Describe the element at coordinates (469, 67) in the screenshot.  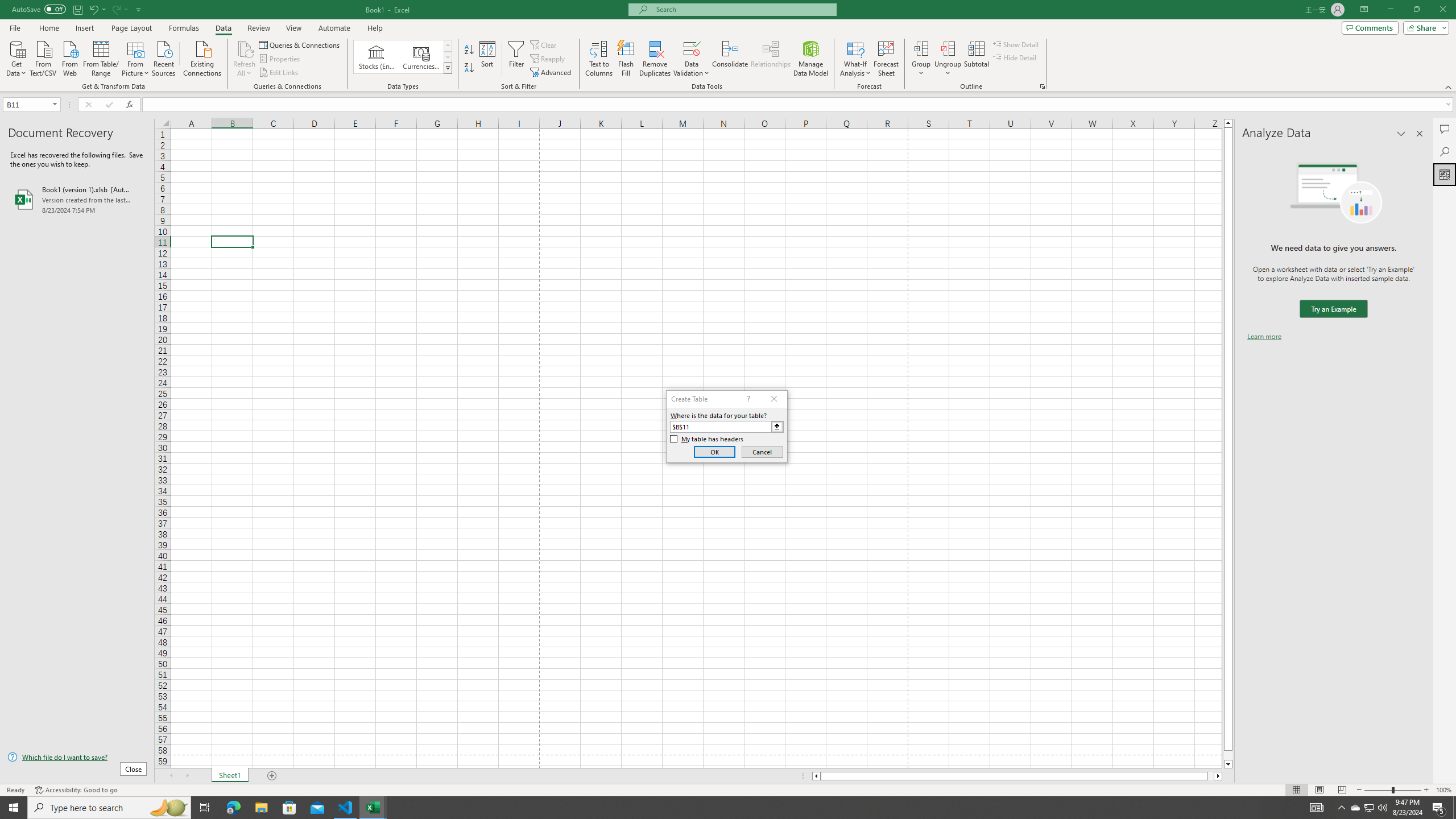
I see `'Sort Z to A'` at that location.